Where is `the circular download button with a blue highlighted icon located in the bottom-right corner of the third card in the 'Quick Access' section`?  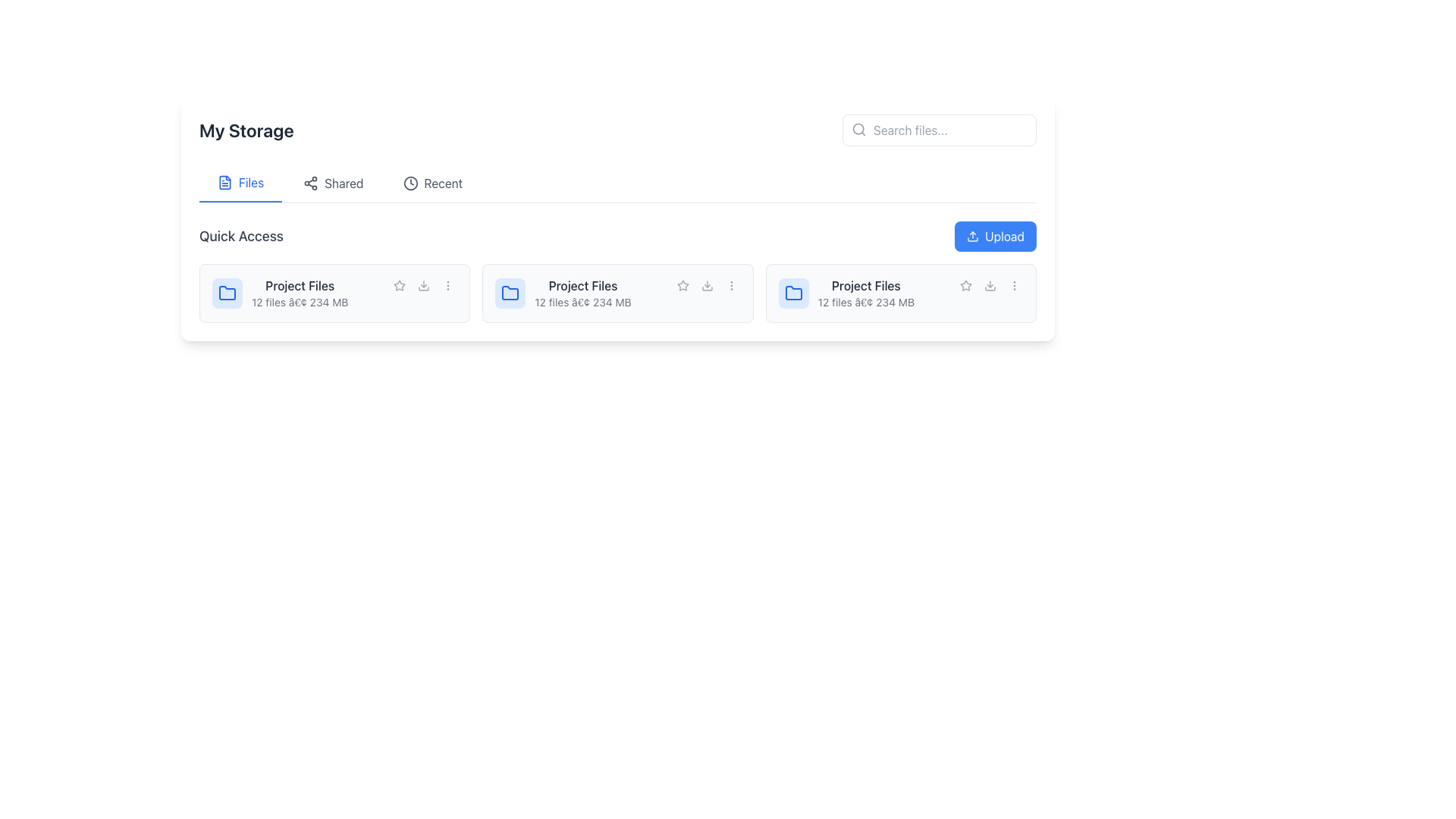
the circular download button with a blue highlighted icon located in the bottom-right corner of the third card in the 'Quick Access' section is located at coordinates (990, 286).